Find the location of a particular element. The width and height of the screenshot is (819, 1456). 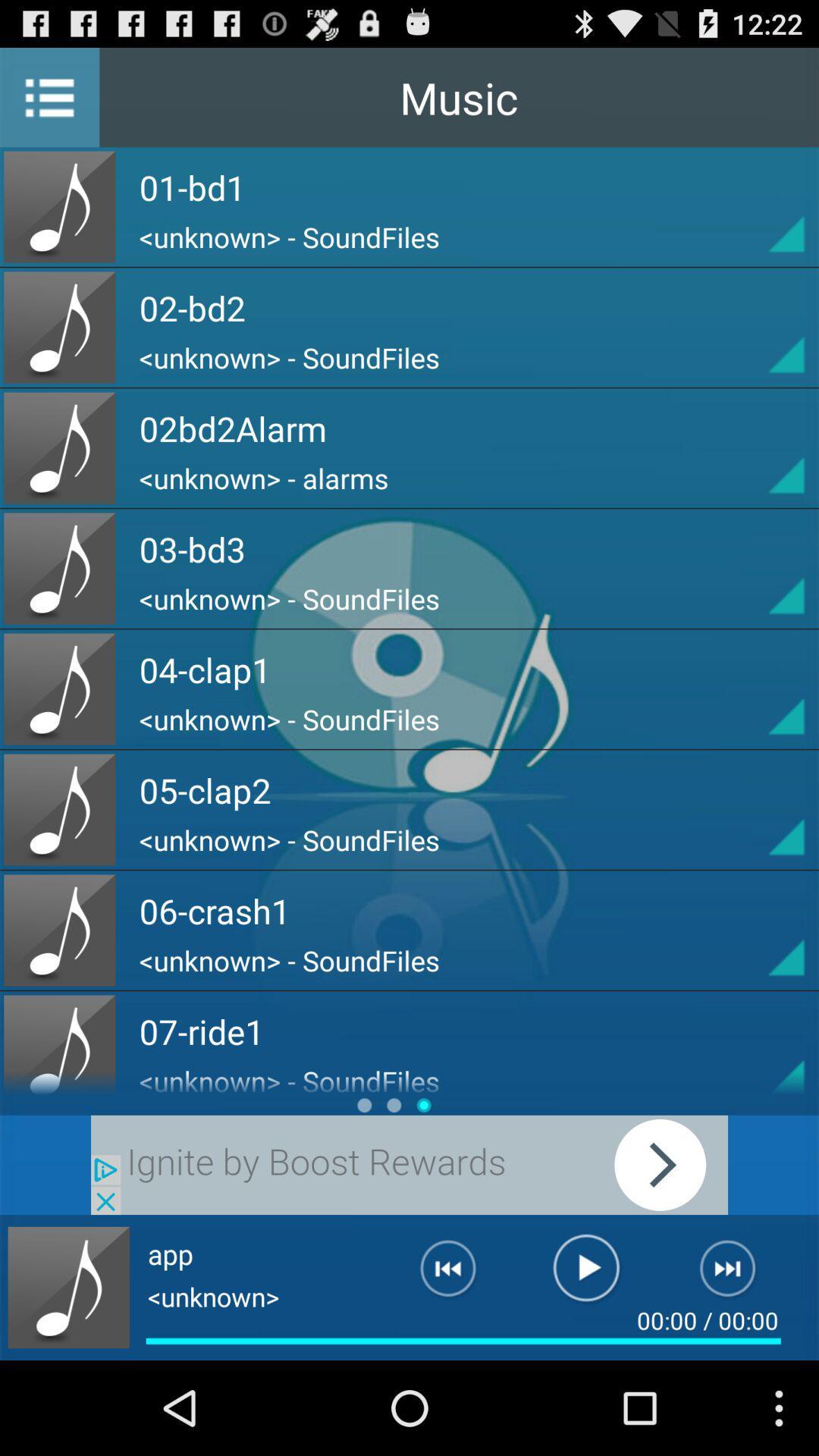

the av_rewind icon is located at coordinates (436, 1364).